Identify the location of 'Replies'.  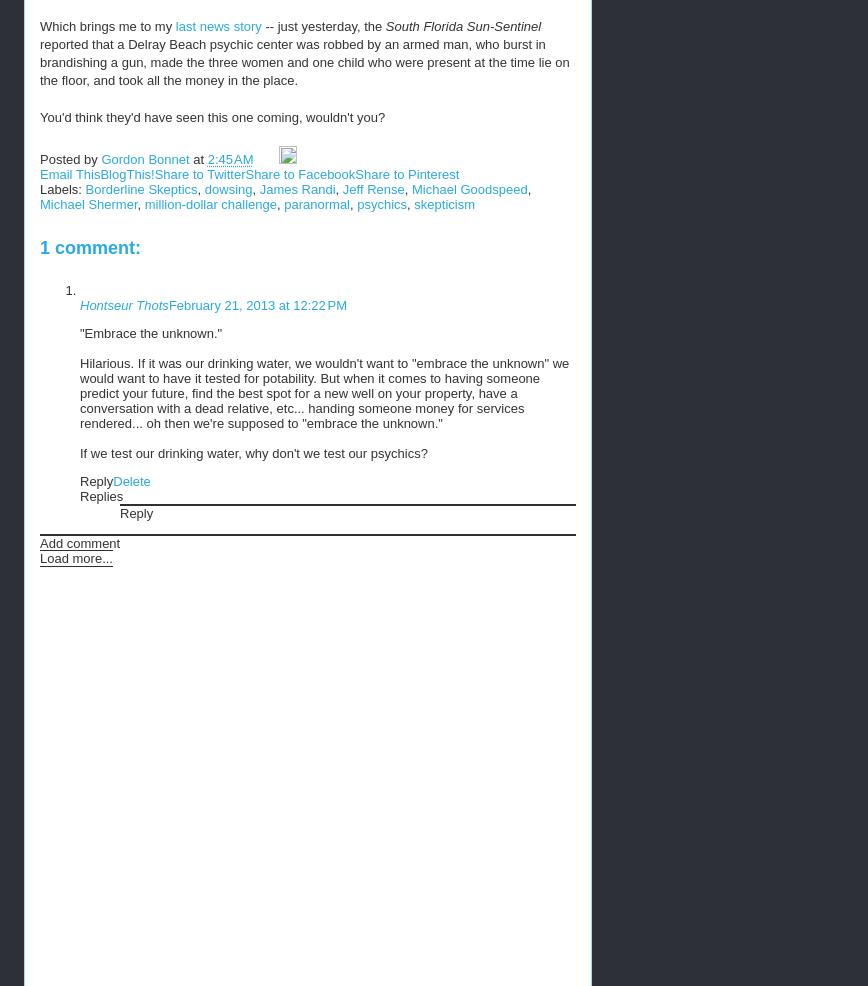
(101, 495).